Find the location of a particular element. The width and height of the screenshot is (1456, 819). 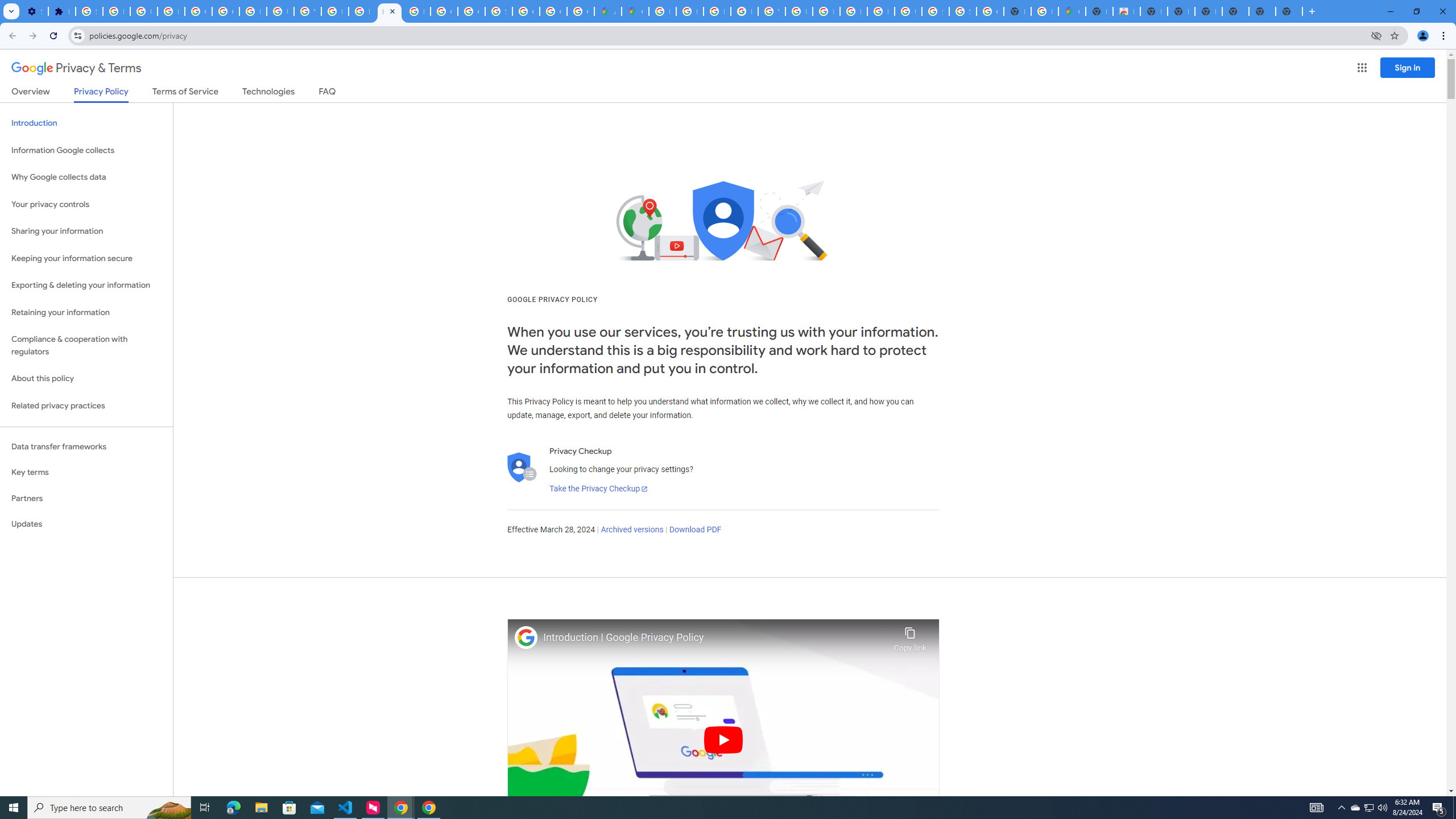

'New Tab' is located at coordinates (1289, 11).